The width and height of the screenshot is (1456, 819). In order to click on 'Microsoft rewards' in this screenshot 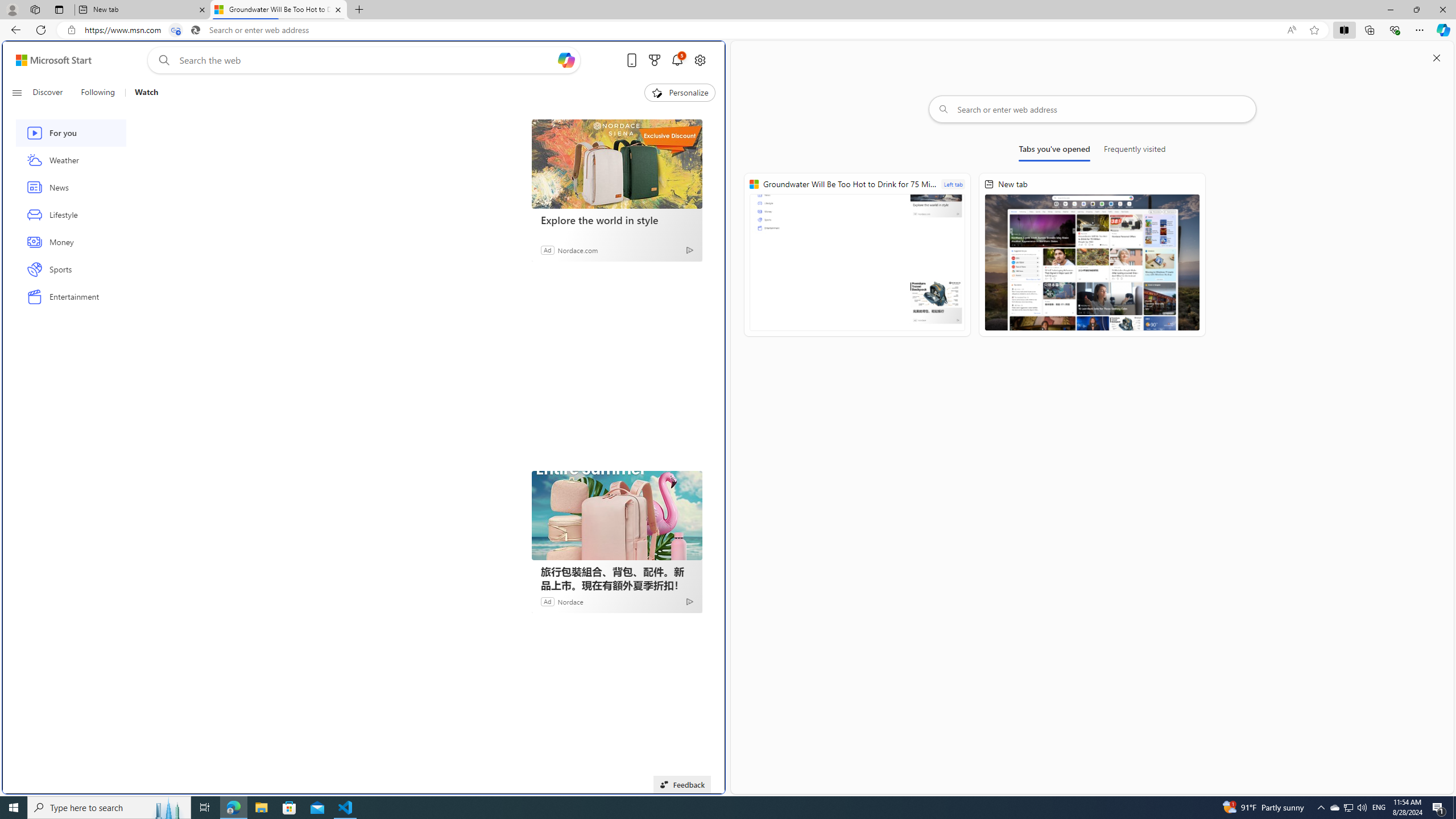, I will do `click(653, 60)`.